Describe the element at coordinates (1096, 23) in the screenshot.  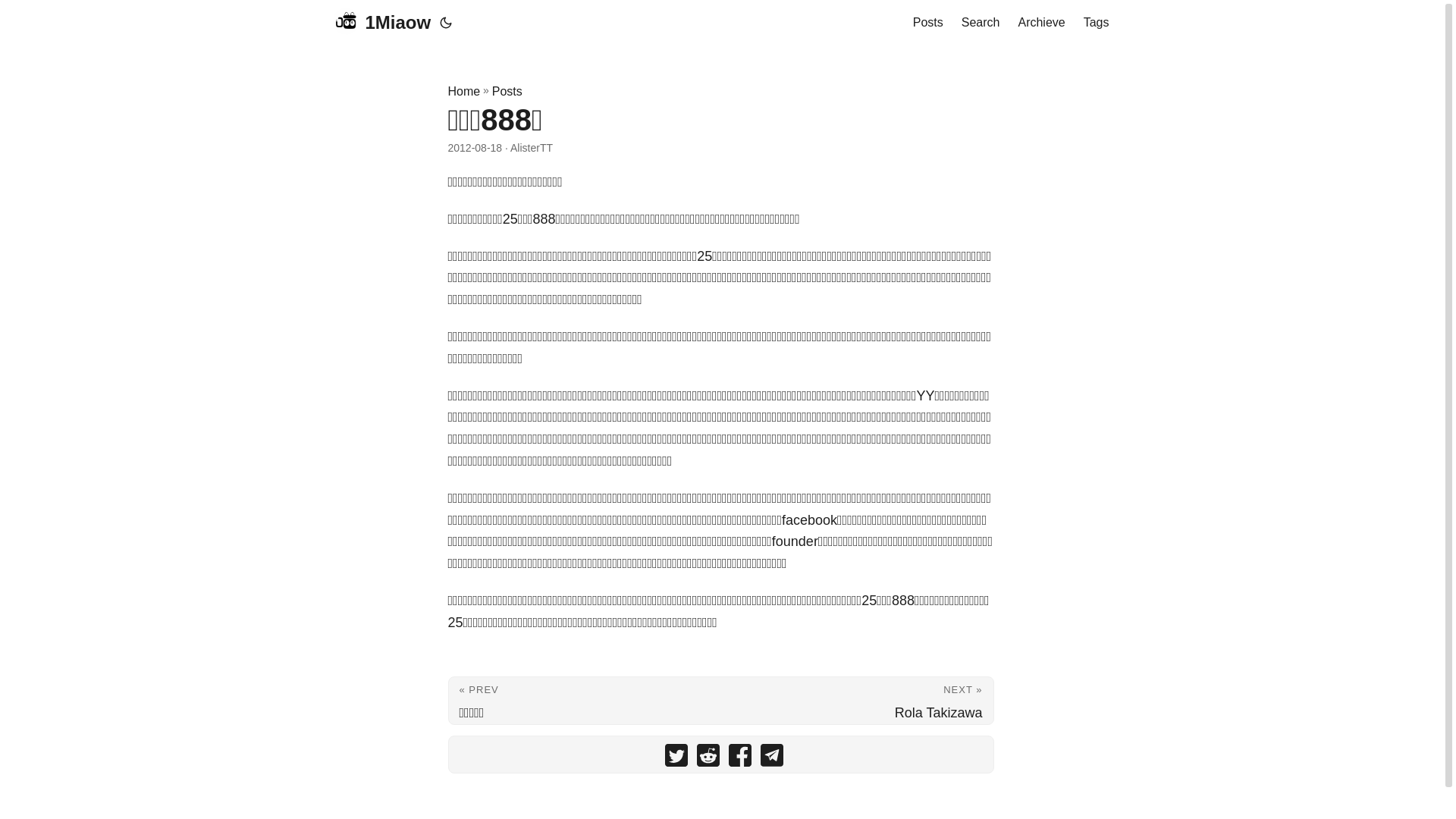
I see `'Tags'` at that location.